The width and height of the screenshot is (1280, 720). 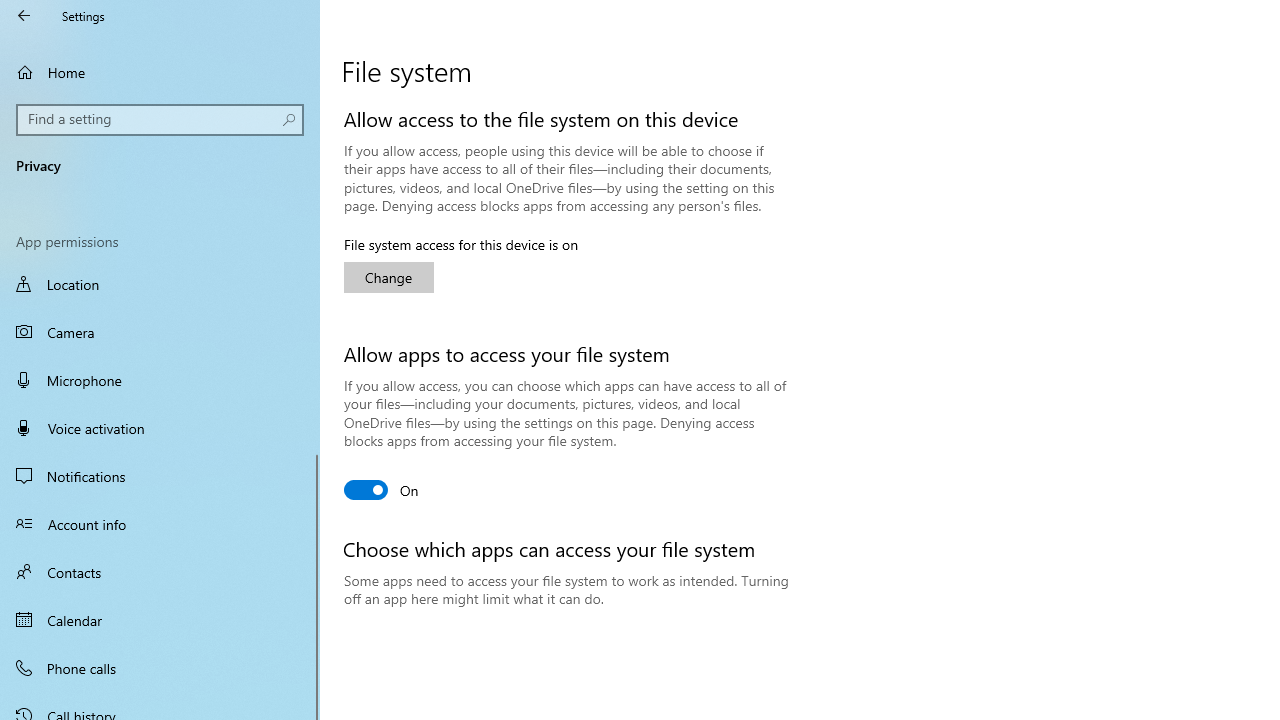 I want to click on 'Voice activation', so click(x=160, y=427).